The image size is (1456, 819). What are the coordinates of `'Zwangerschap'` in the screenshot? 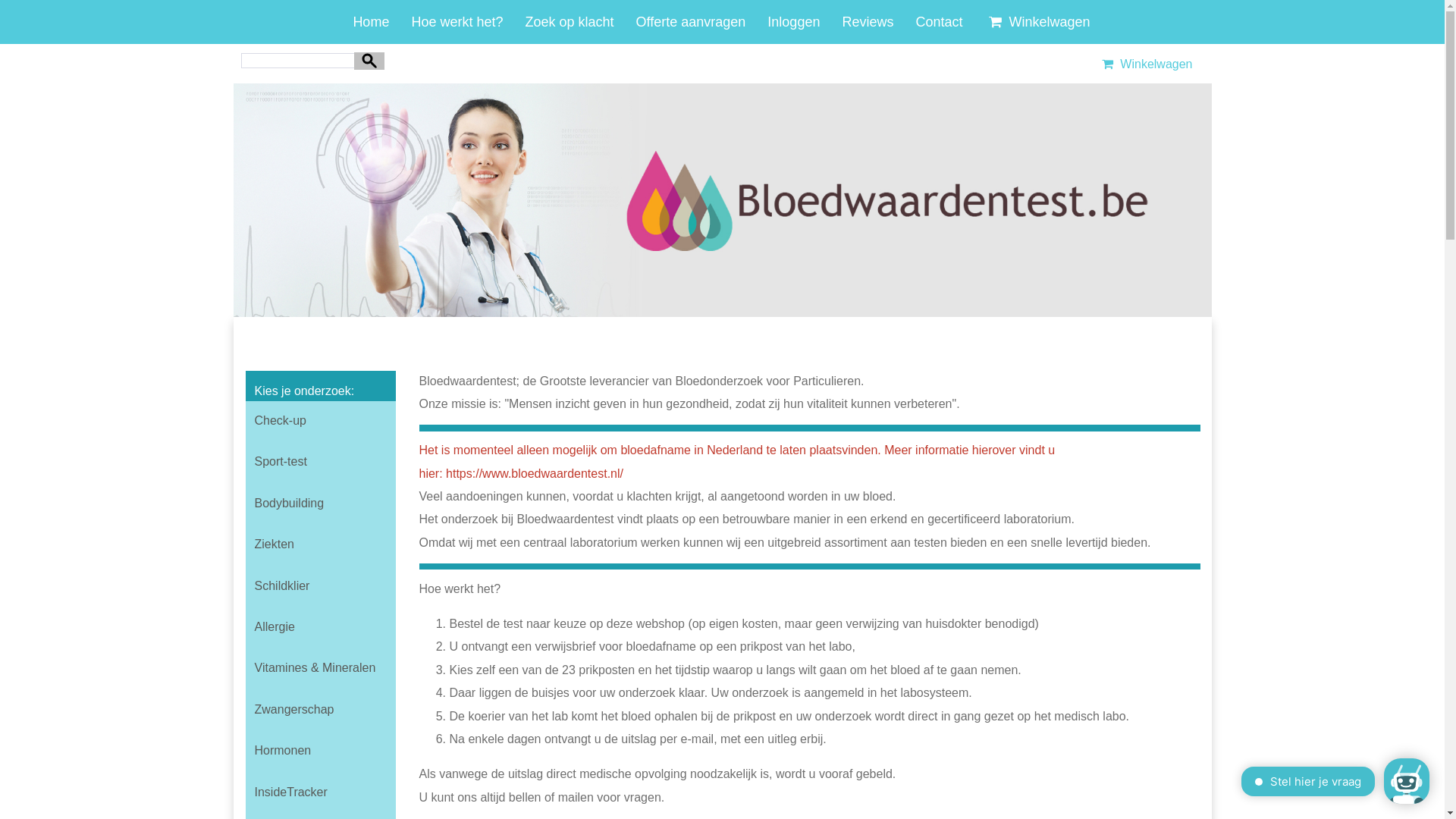 It's located at (319, 710).